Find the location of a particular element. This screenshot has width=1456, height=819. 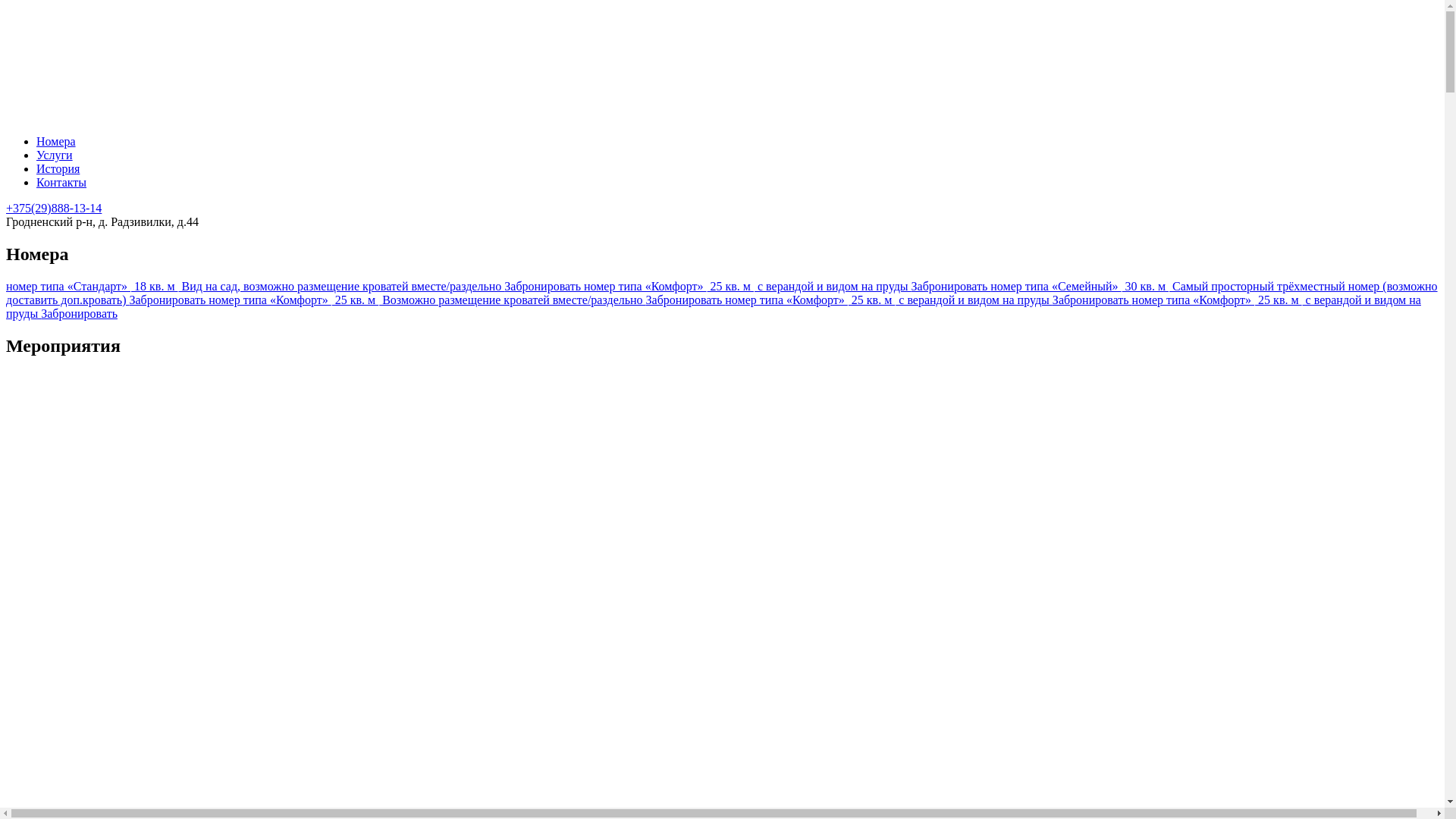

'+375(29)888-13-14' is located at coordinates (6, 208).